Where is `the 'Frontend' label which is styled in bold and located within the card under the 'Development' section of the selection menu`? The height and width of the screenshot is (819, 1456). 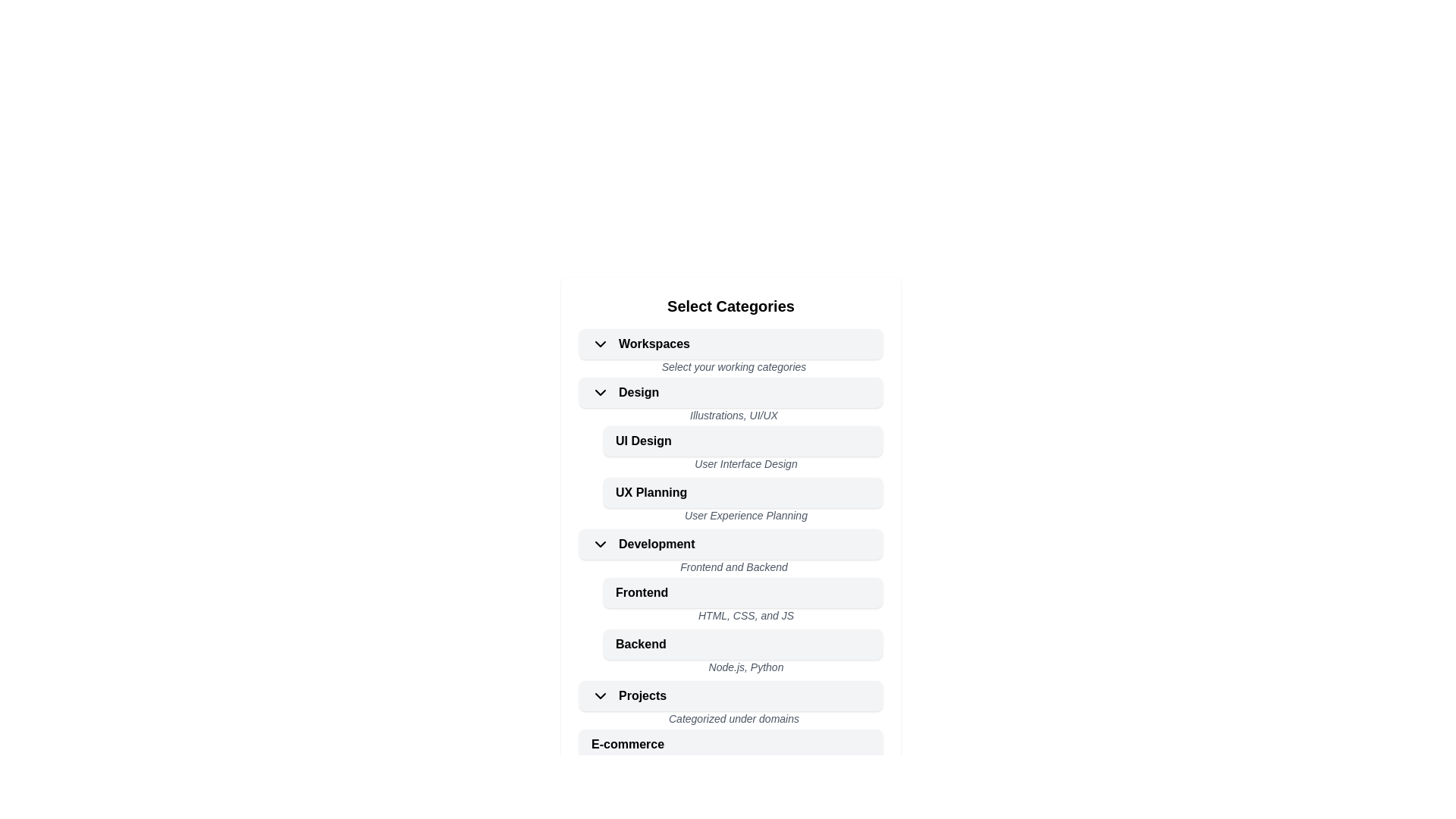 the 'Frontend' label which is styled in bold and located within the card under the 'Development' section of the selection menu is located at coordinates (642, 592).